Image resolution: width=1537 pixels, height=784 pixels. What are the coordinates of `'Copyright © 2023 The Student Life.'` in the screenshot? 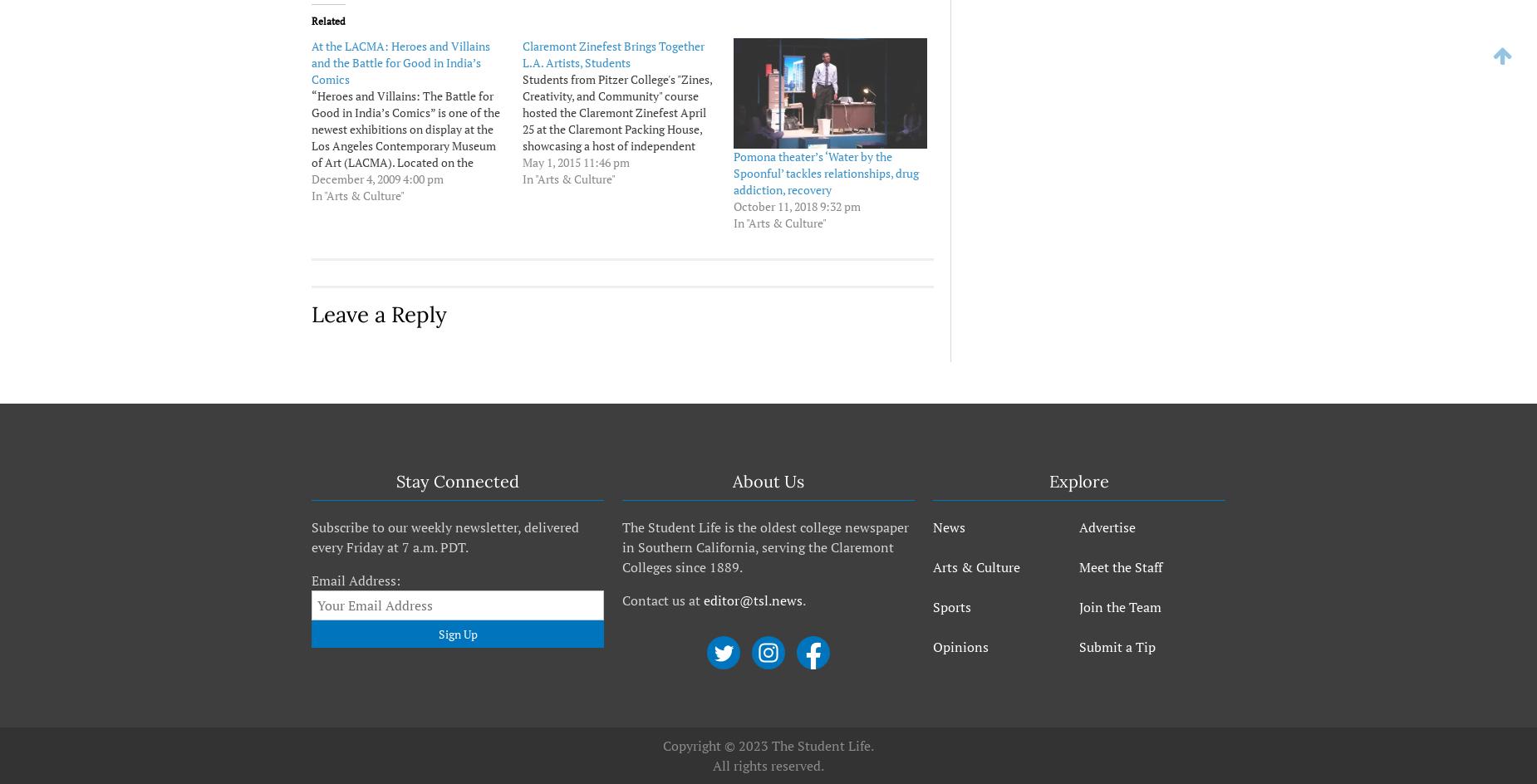 It's located at (768, 745).